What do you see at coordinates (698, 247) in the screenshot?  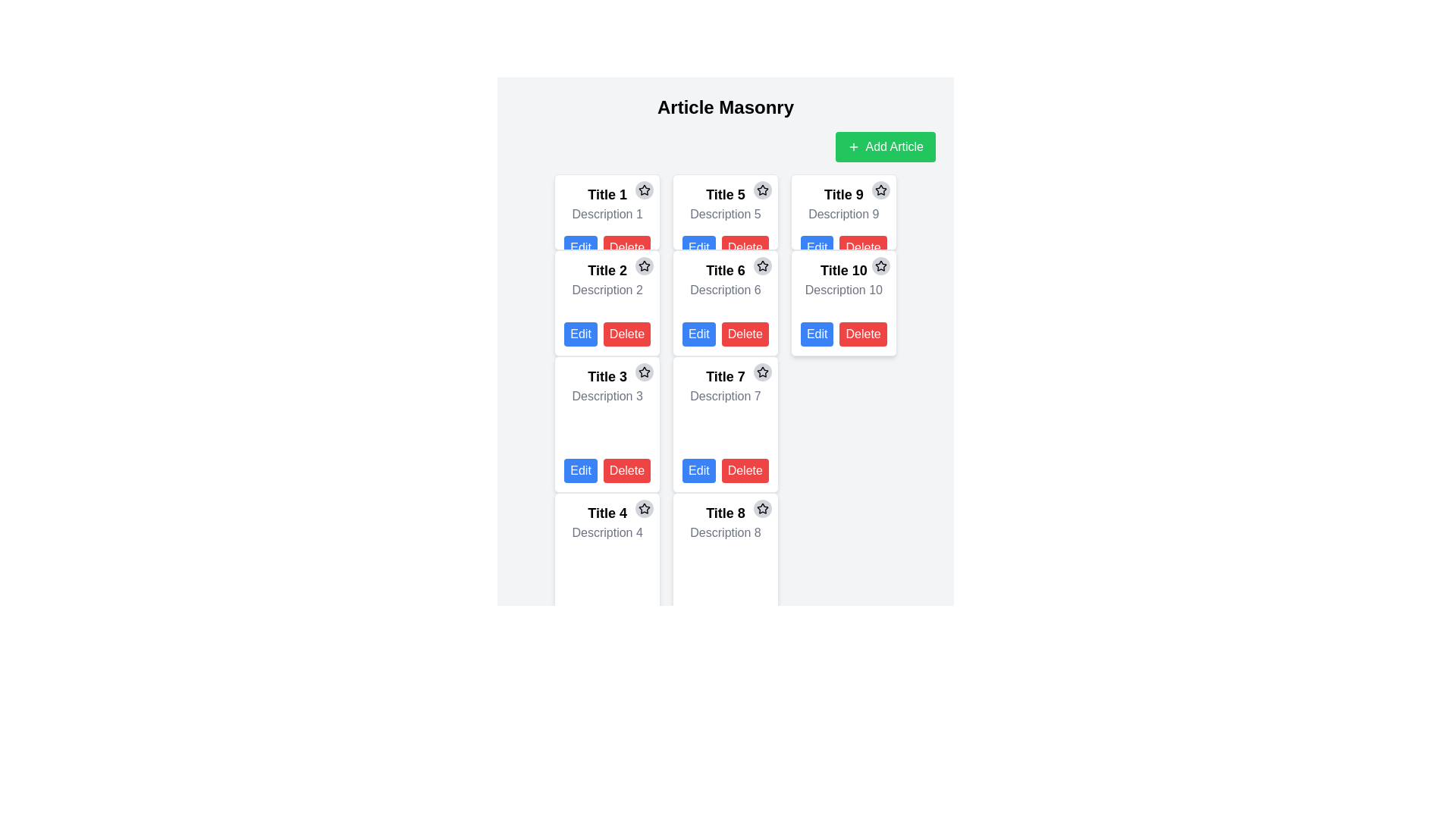 I see `the button located in the second position under the card labeled 'Title 5'` at bounding box center [698, 247].